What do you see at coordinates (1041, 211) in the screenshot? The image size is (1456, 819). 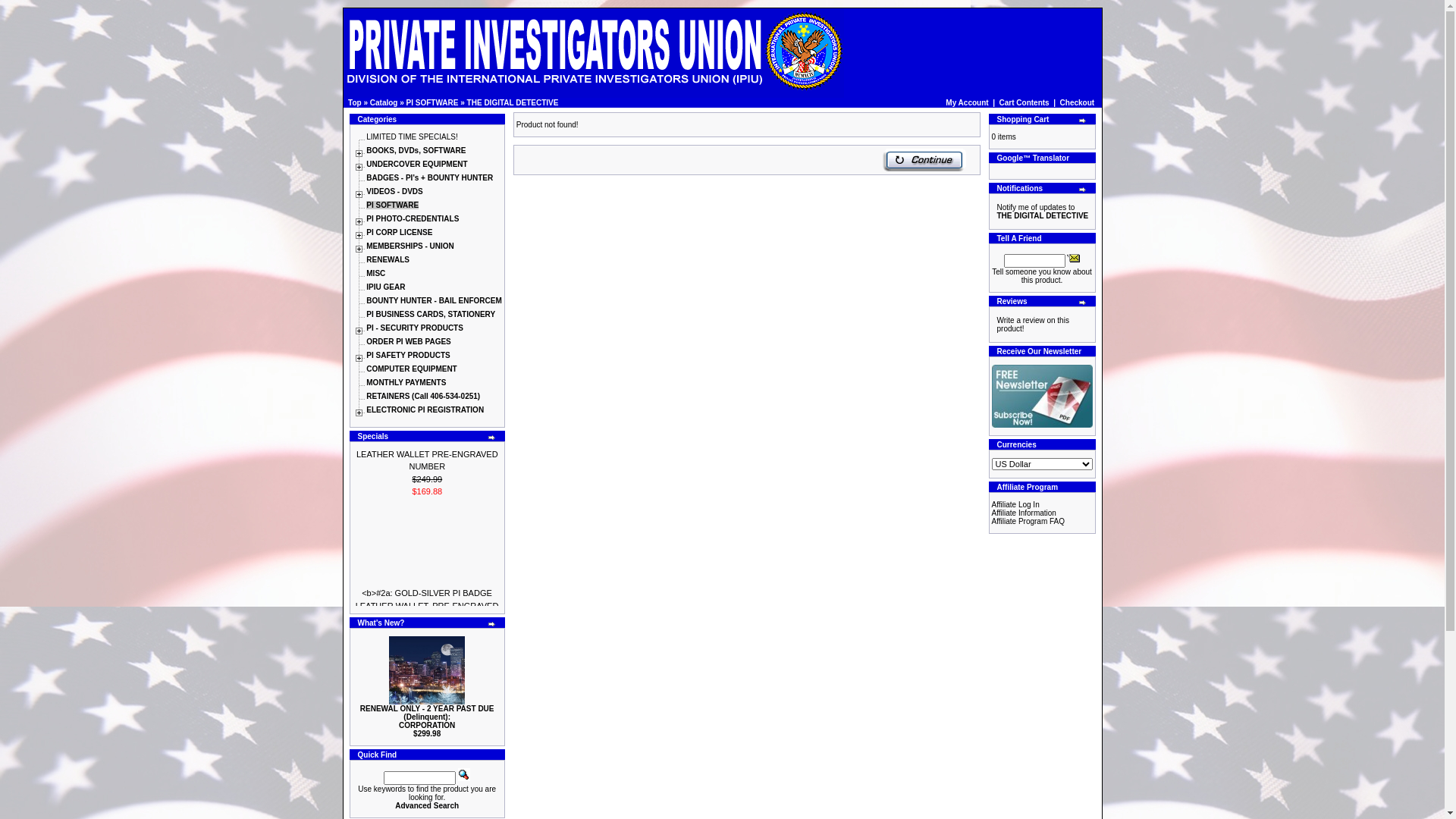 I see `'Notify me of updates to THE DIGITAL DETECTIVE'` at bounding box center [1041, 211].